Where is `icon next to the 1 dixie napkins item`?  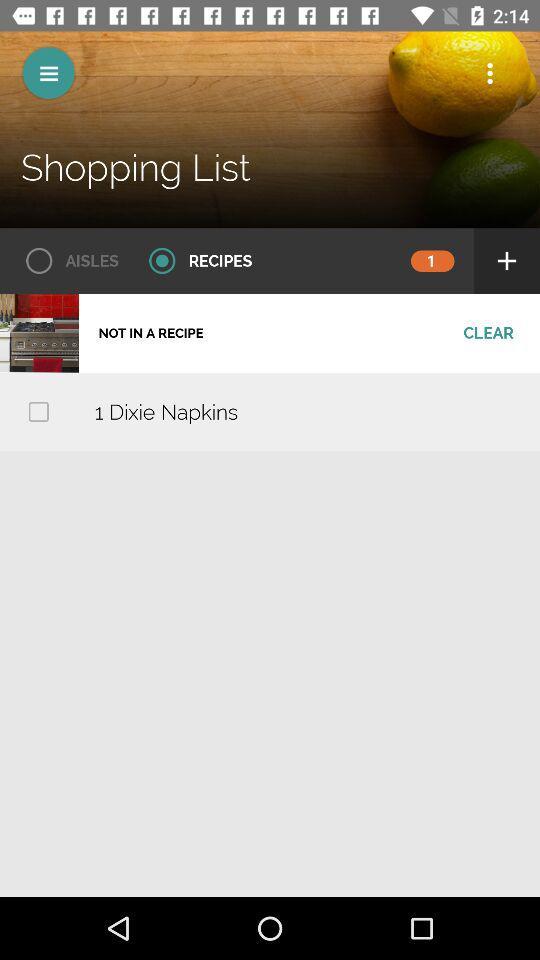 icon next to the 1 dixie napkins item is located at coordinates (38, 410).